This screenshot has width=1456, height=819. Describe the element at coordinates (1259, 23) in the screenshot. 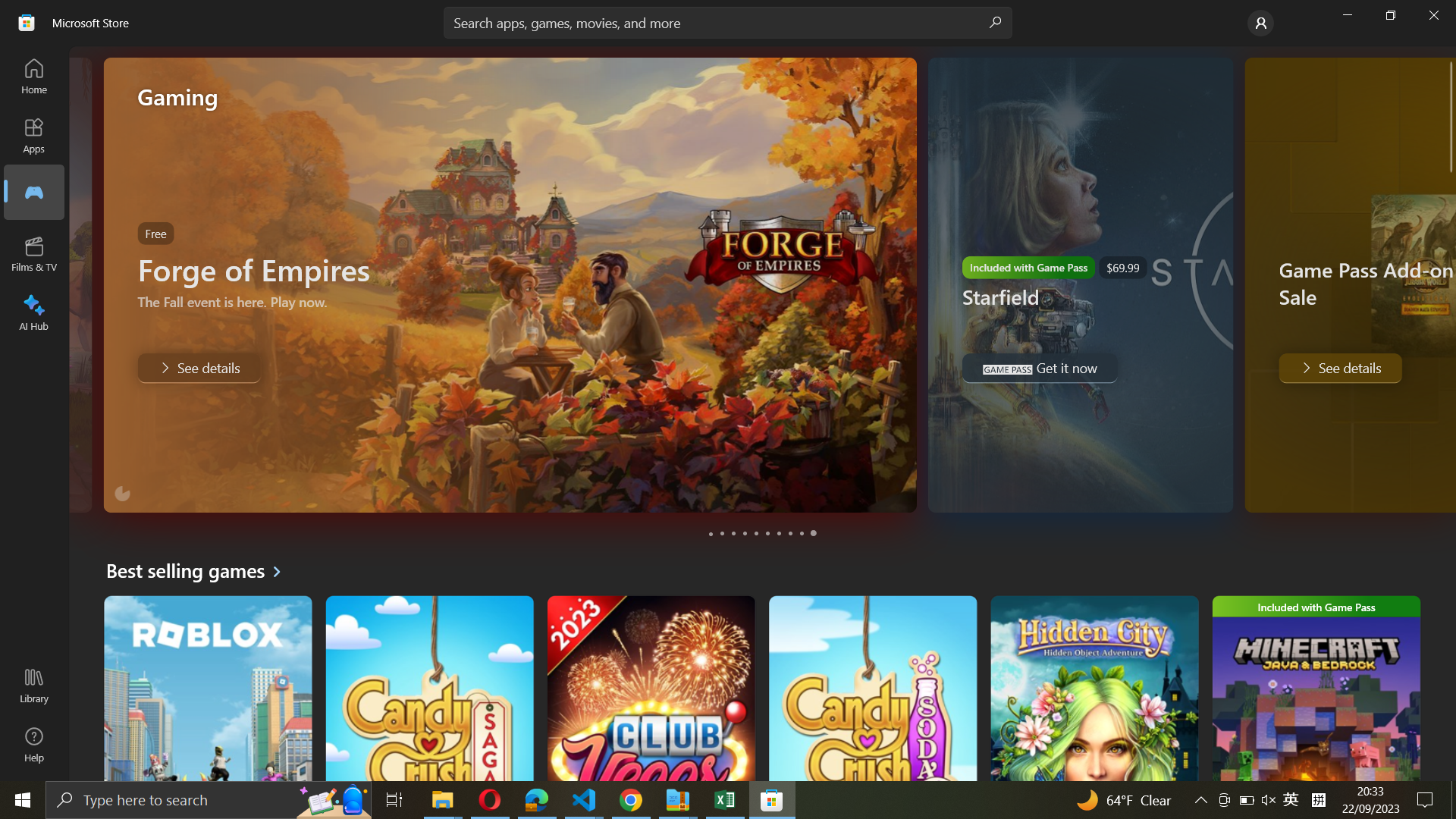

I see `Account settings` at that location.